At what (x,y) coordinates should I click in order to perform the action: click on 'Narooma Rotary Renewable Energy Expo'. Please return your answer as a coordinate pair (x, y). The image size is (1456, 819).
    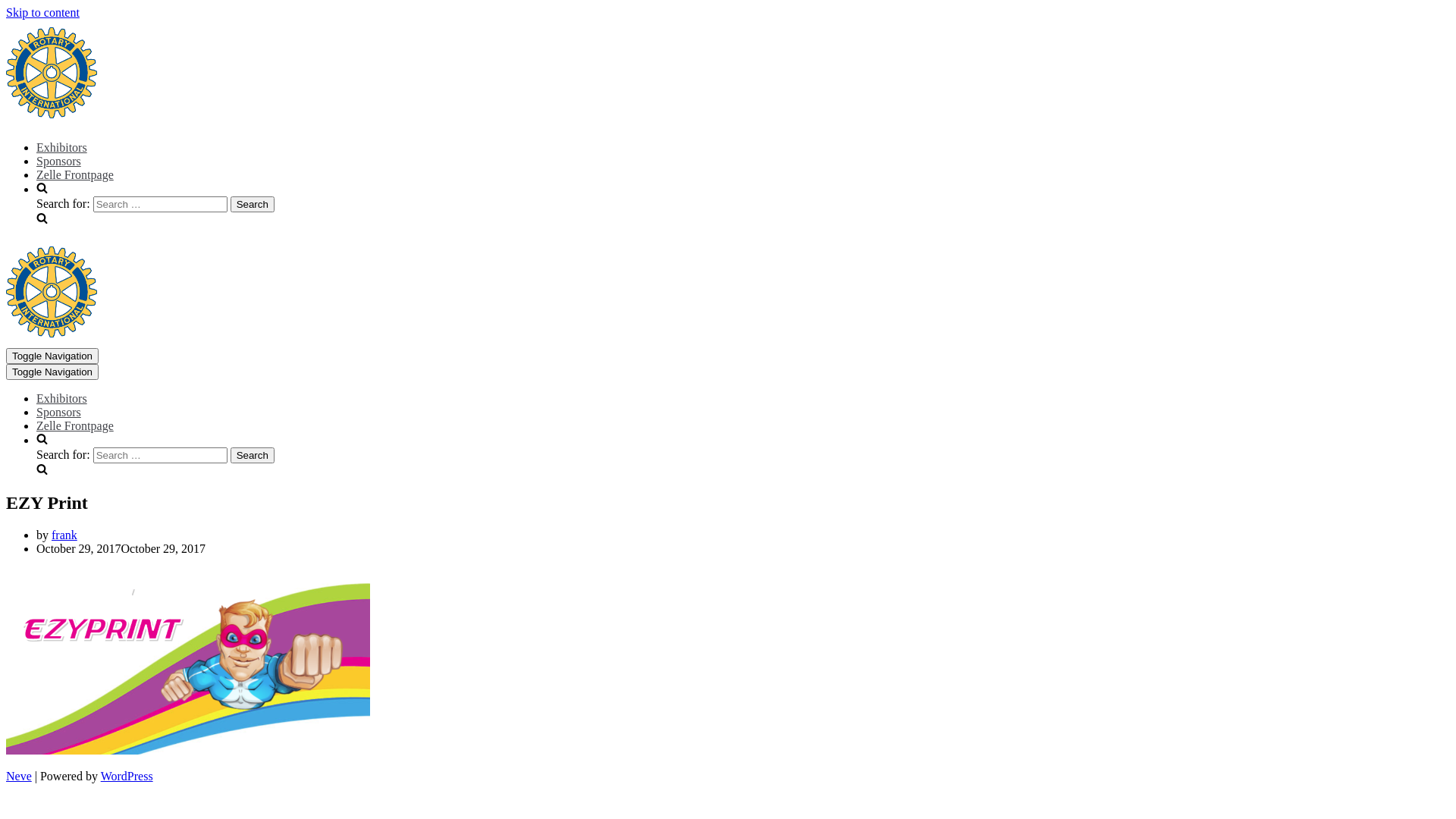
    Looking at the image, I should click on (51, 332).